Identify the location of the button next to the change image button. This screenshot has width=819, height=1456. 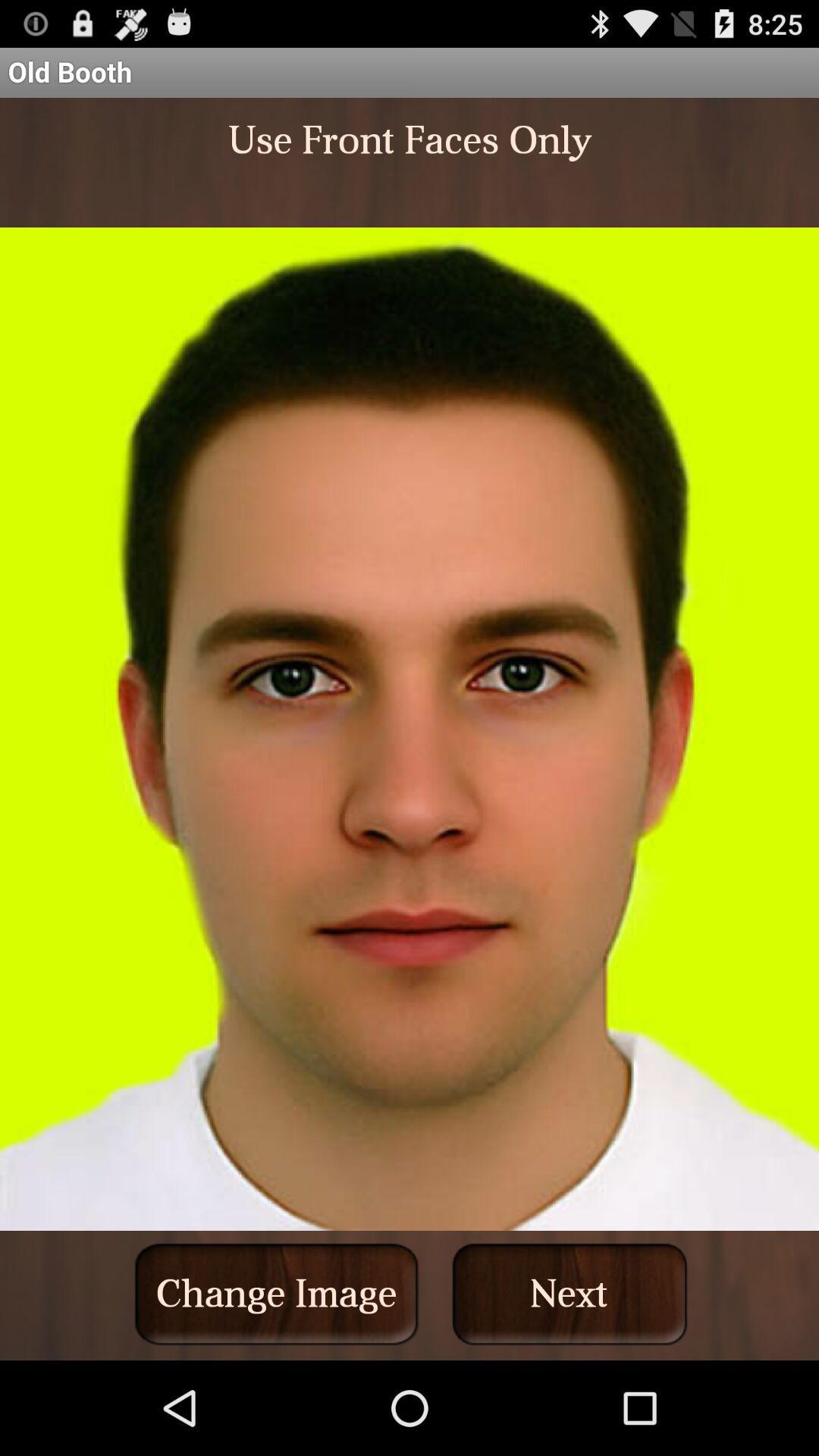
(570, 1293).